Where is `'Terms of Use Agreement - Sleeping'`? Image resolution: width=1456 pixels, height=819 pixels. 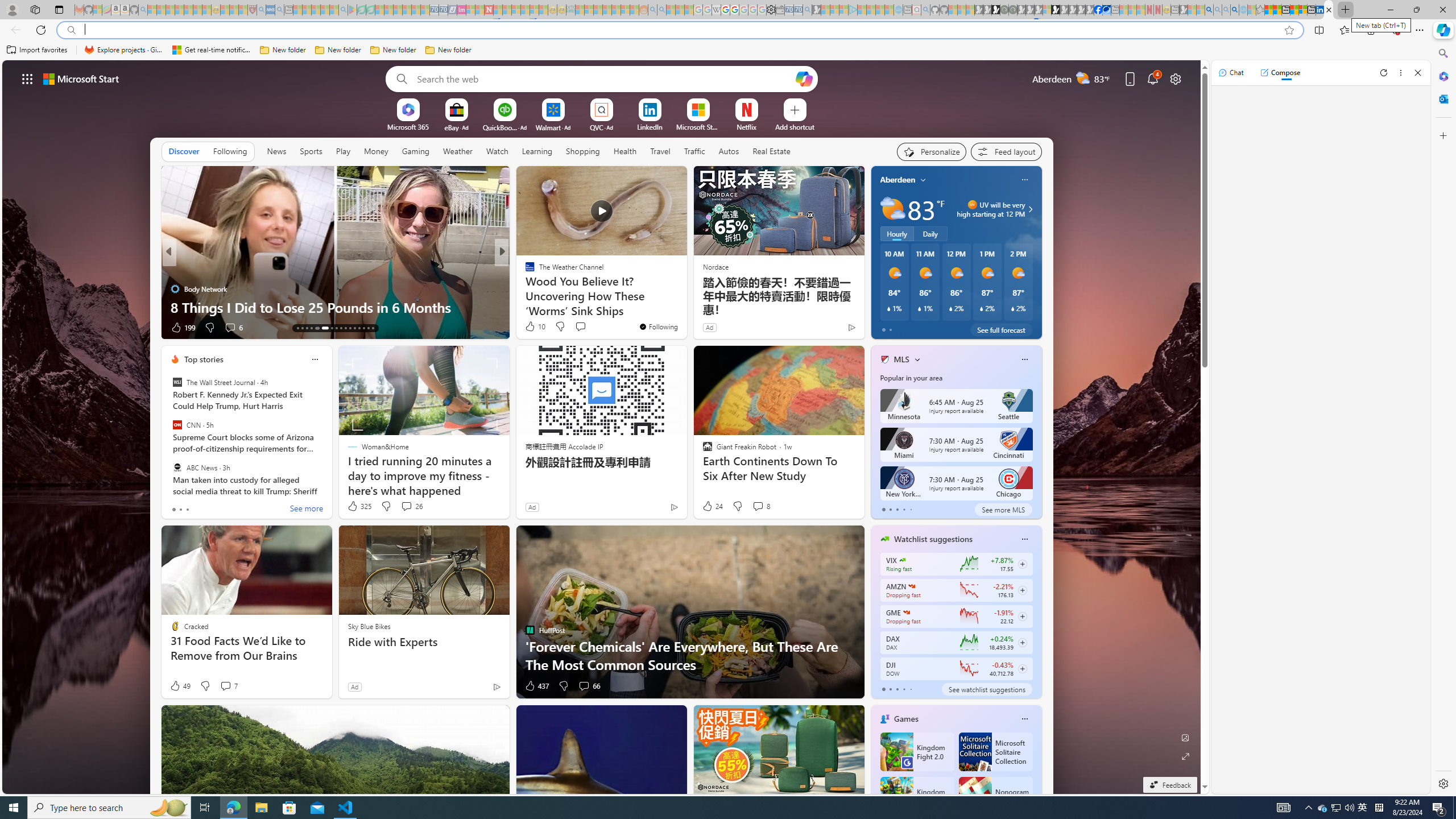 'Terms of Use Agreement - Sleeping' is located at coordinates (361, 9).